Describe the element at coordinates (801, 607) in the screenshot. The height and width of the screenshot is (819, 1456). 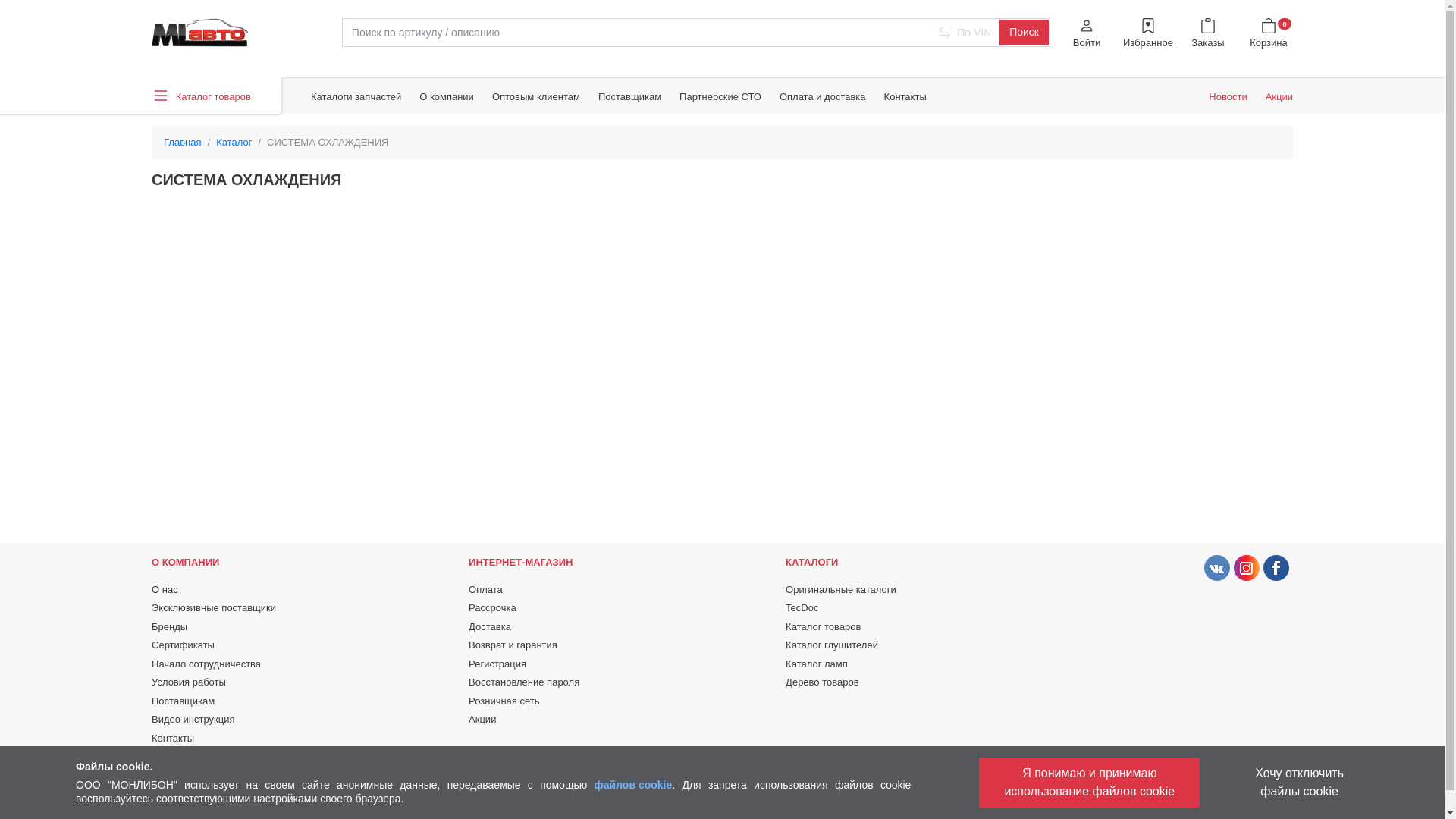
I see `'TecDoc'` at that location.